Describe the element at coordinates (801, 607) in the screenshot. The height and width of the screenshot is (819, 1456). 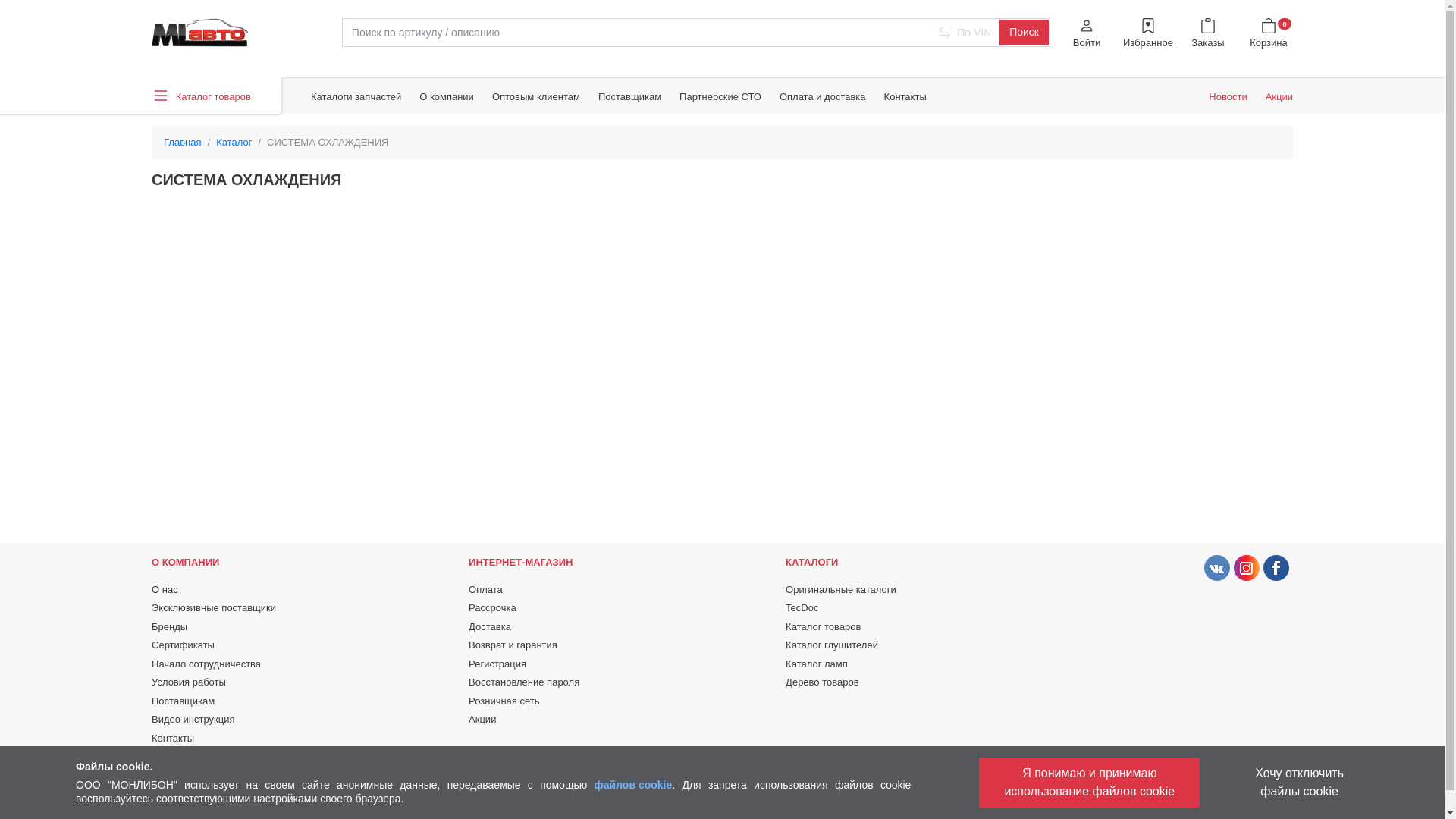
I see `'TecDoc'` at that location.